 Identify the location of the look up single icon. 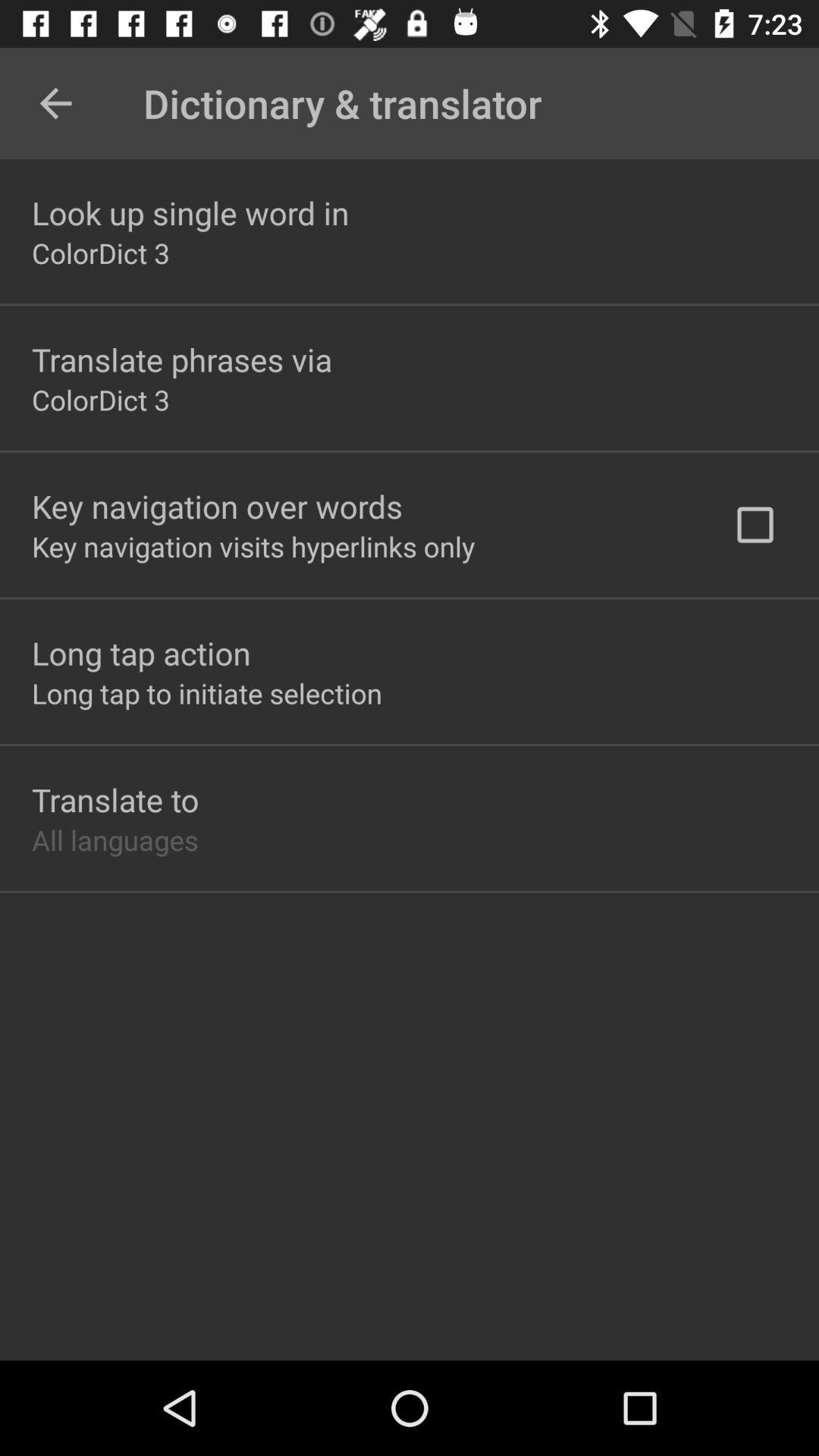
(190, 212).